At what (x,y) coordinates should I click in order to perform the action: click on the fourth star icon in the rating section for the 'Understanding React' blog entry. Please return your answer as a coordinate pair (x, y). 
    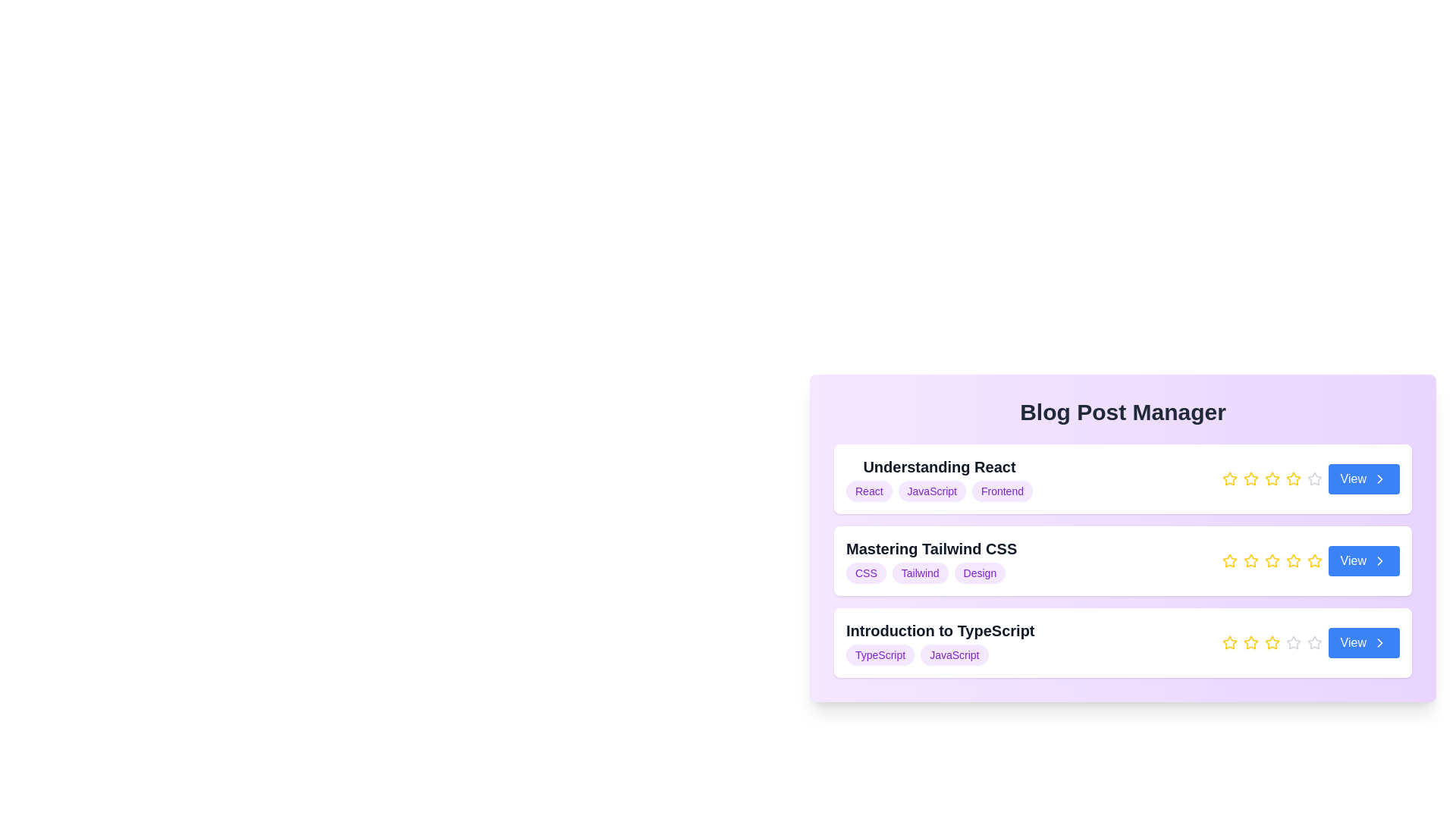
    Looking at the image, I should click on (1272, 479).